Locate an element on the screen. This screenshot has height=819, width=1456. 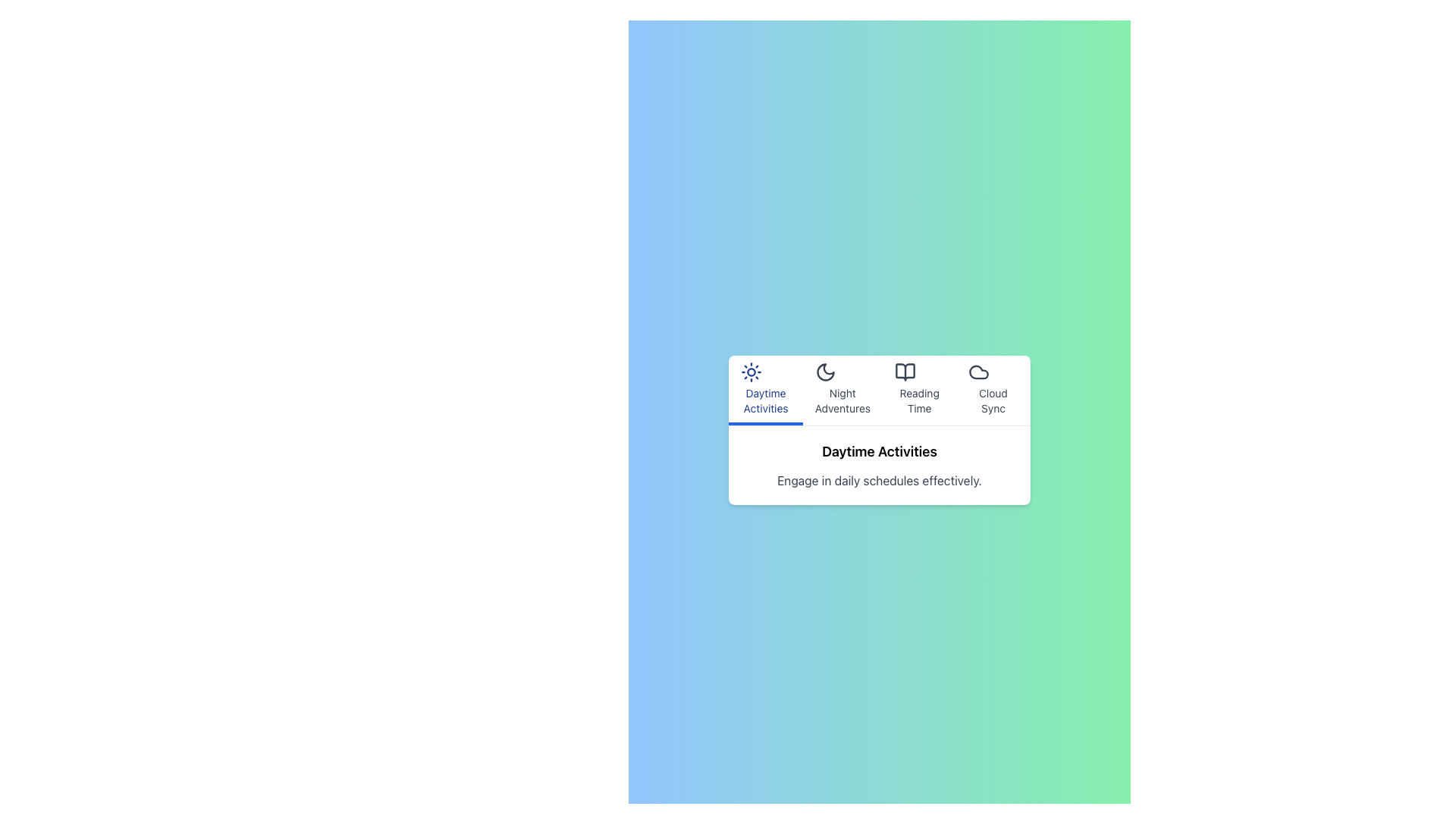
the leftmost icon in the tabbed navigation bar labeled 'Daytime Activities' is located at coordinates (766, 372).